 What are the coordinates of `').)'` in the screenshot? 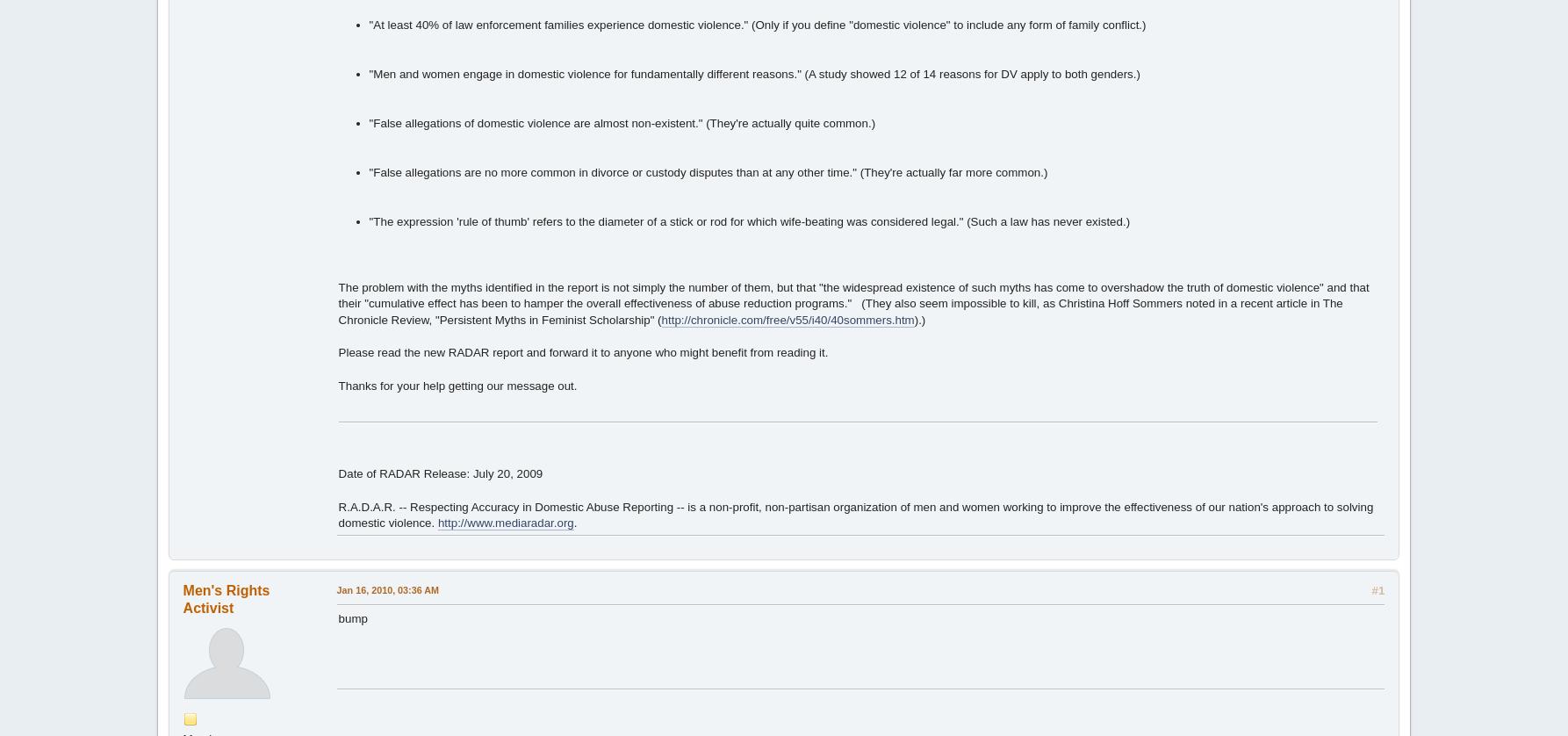 It's located at (918, 319).